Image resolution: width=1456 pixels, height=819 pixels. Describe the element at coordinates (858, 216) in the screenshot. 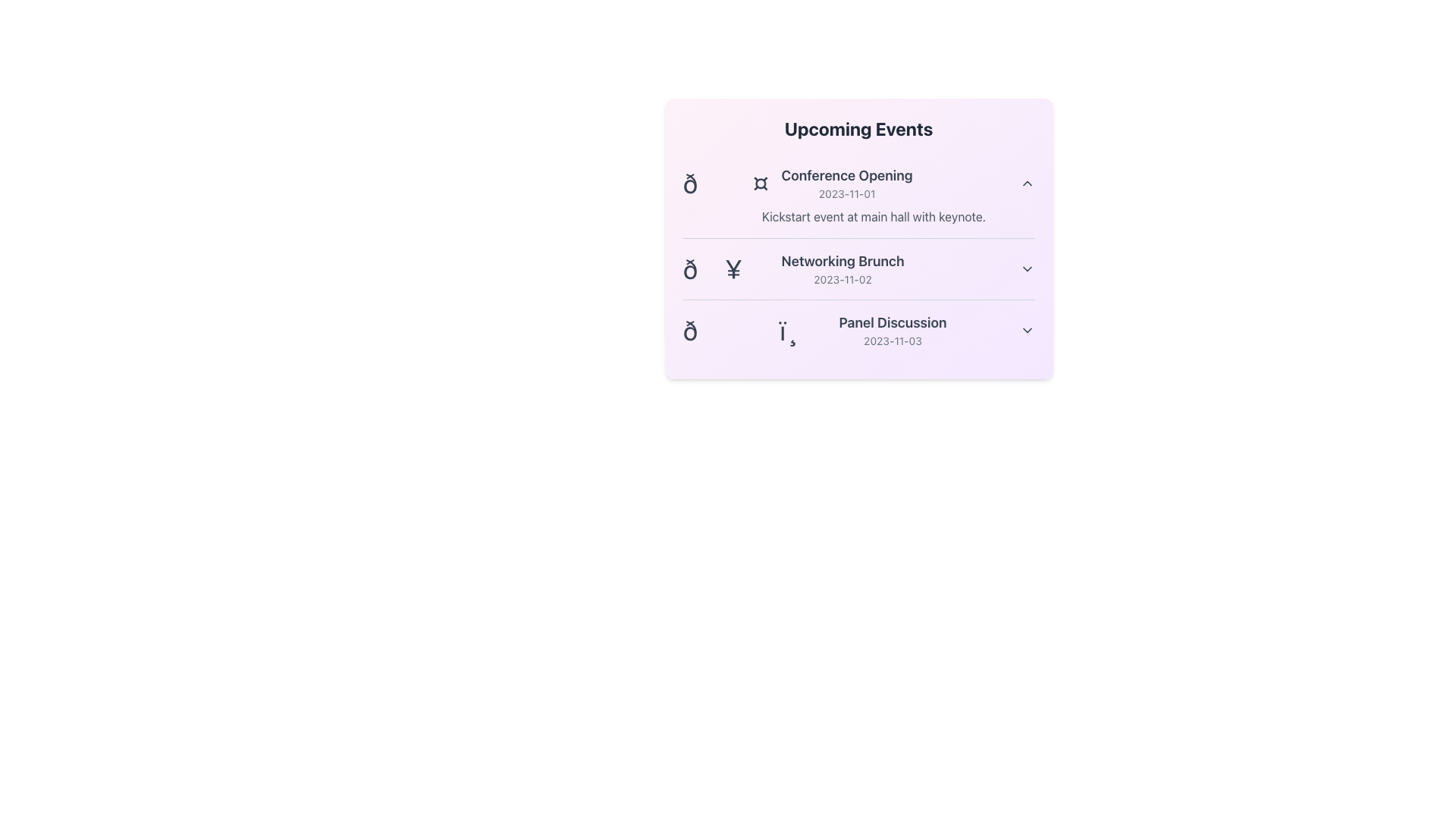

I see `the static text label providing additional description for the 'Conference Opening' event, which is located directly below the 'Conference Opening' and '2023-11-01' text in the 'Upcoming Events' section` at that location.